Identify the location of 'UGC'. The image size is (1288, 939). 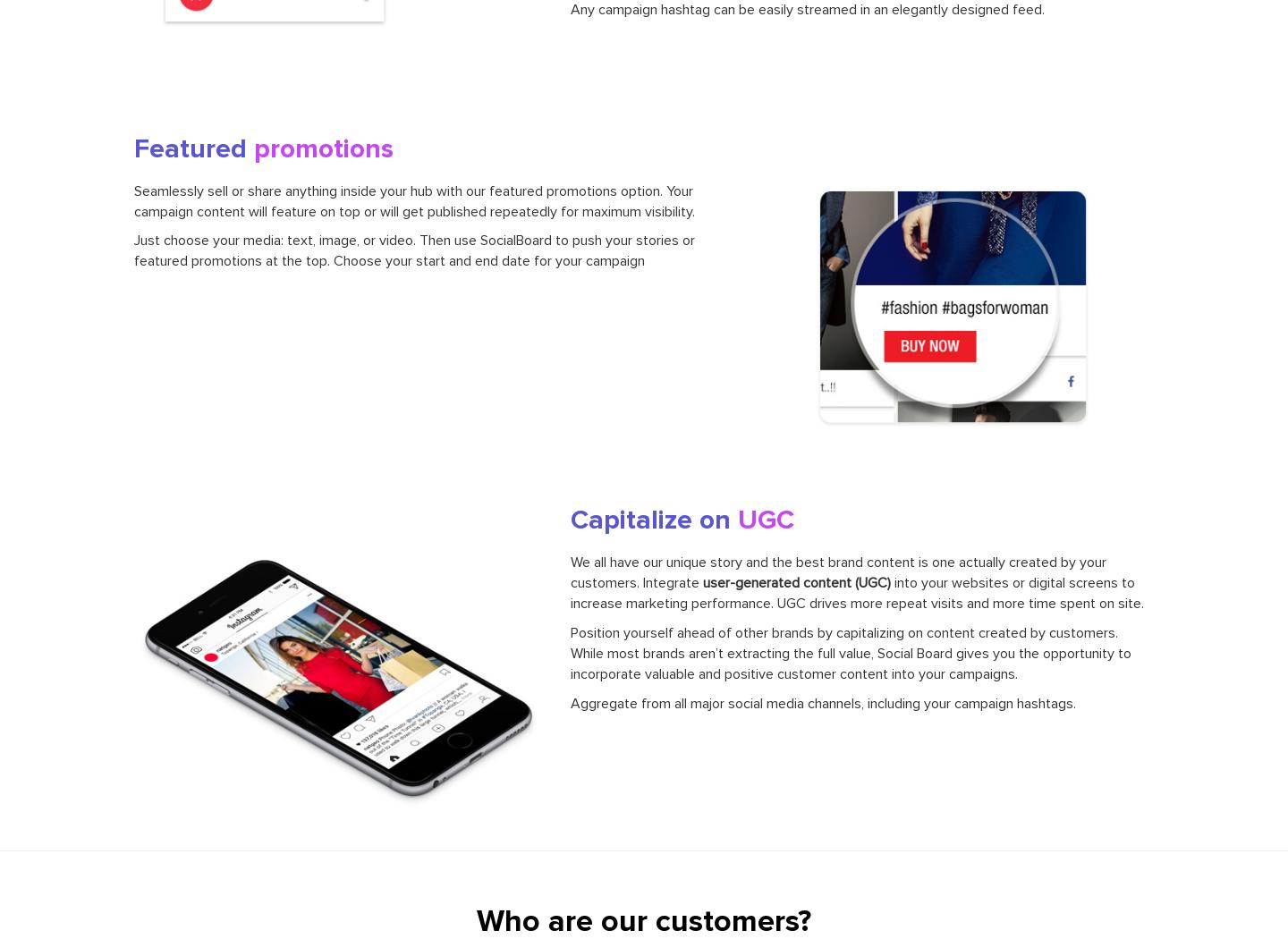
(764, 519).